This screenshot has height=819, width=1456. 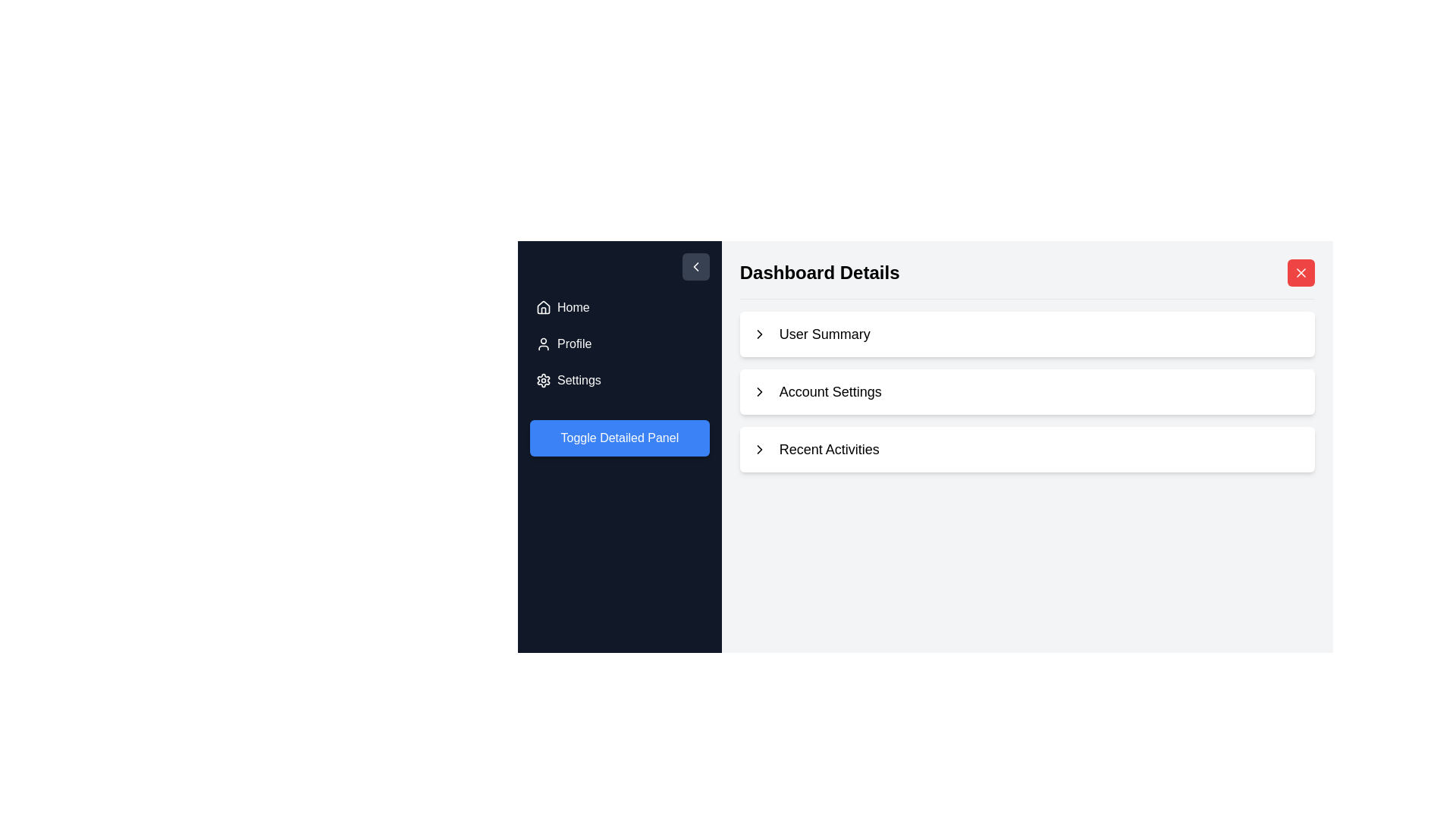 I want to click on the leftward-facing chevron icon button located at the top-right corner of the navigation panel, so click(x=695, y=265).